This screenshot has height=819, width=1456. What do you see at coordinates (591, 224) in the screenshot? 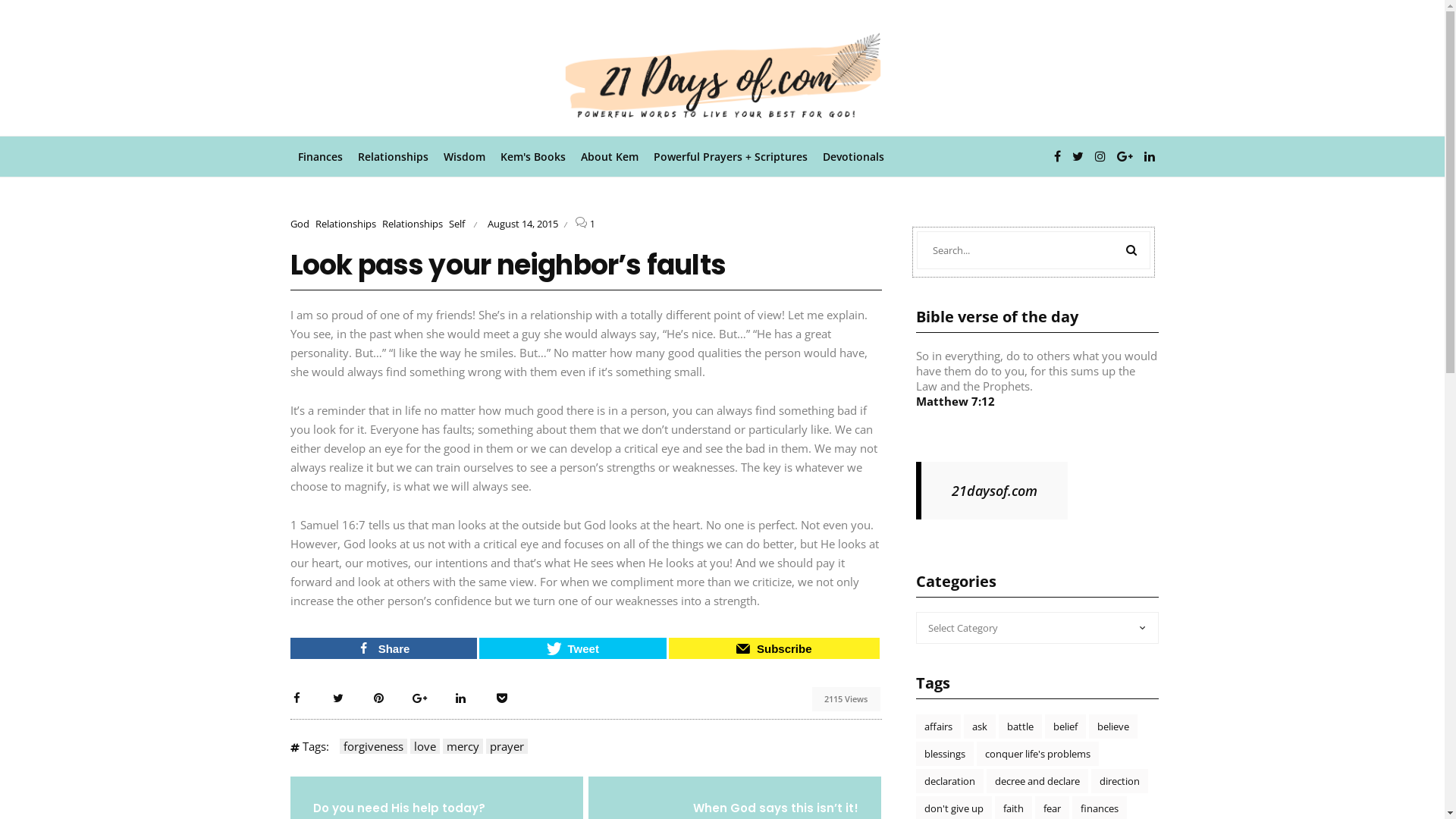
I see `'1'` at bounding box center [591, 224].